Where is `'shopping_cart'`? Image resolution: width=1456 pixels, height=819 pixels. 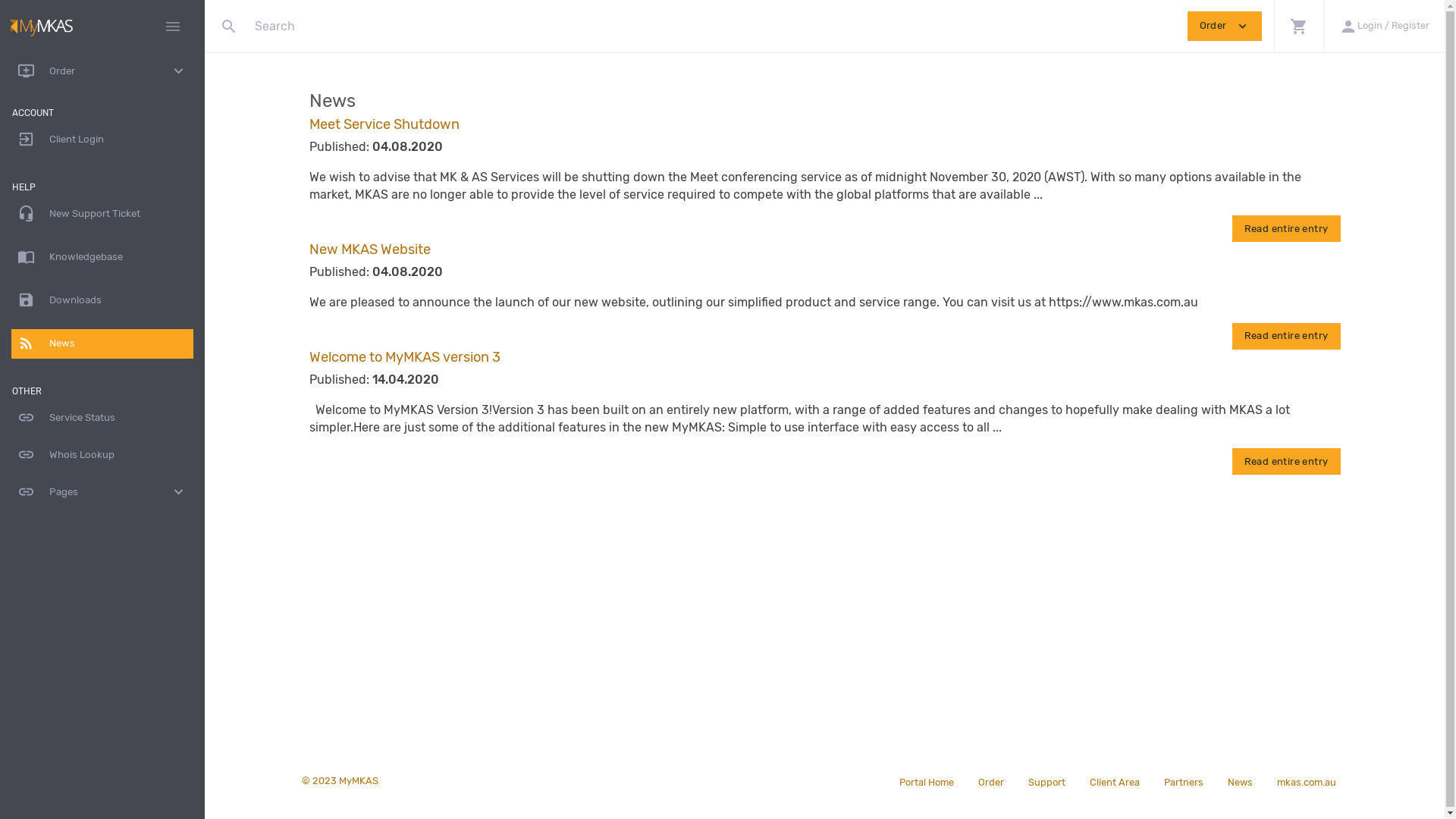
'shopping_cart' is located at coordinates (1298, 26).